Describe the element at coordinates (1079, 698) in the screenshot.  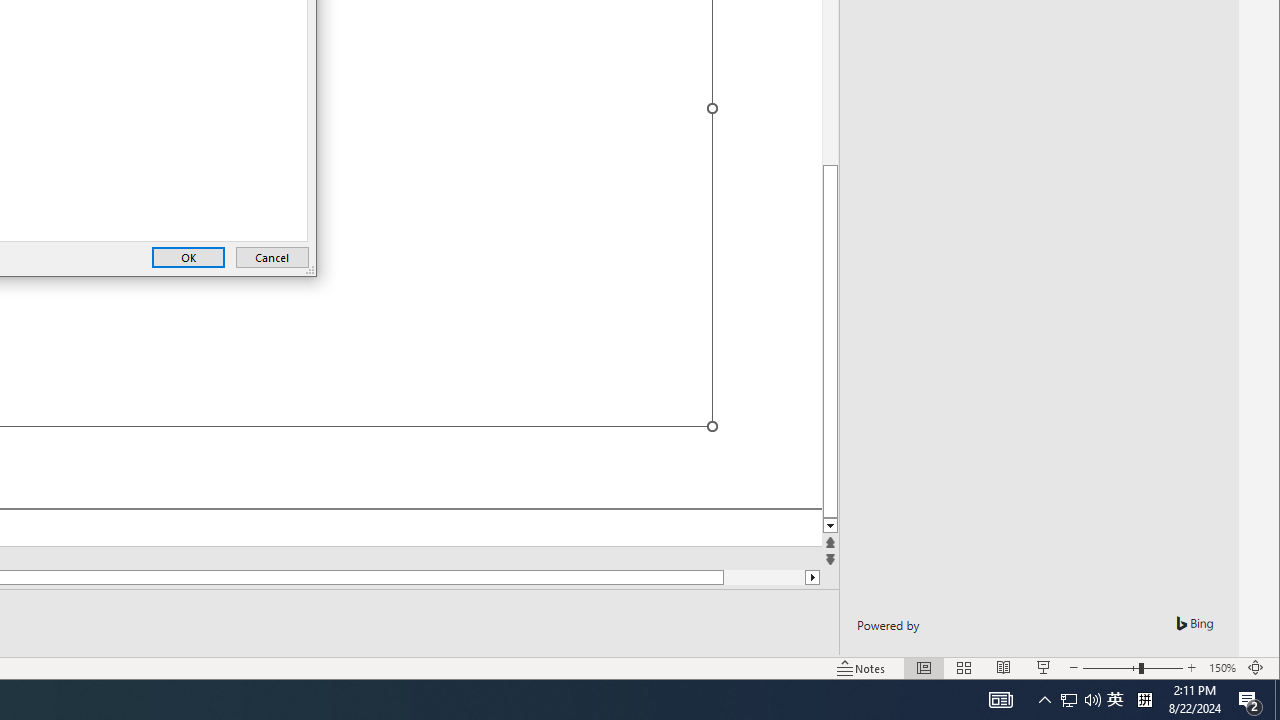
I see `'User Promoted Notification Area'` at that location.